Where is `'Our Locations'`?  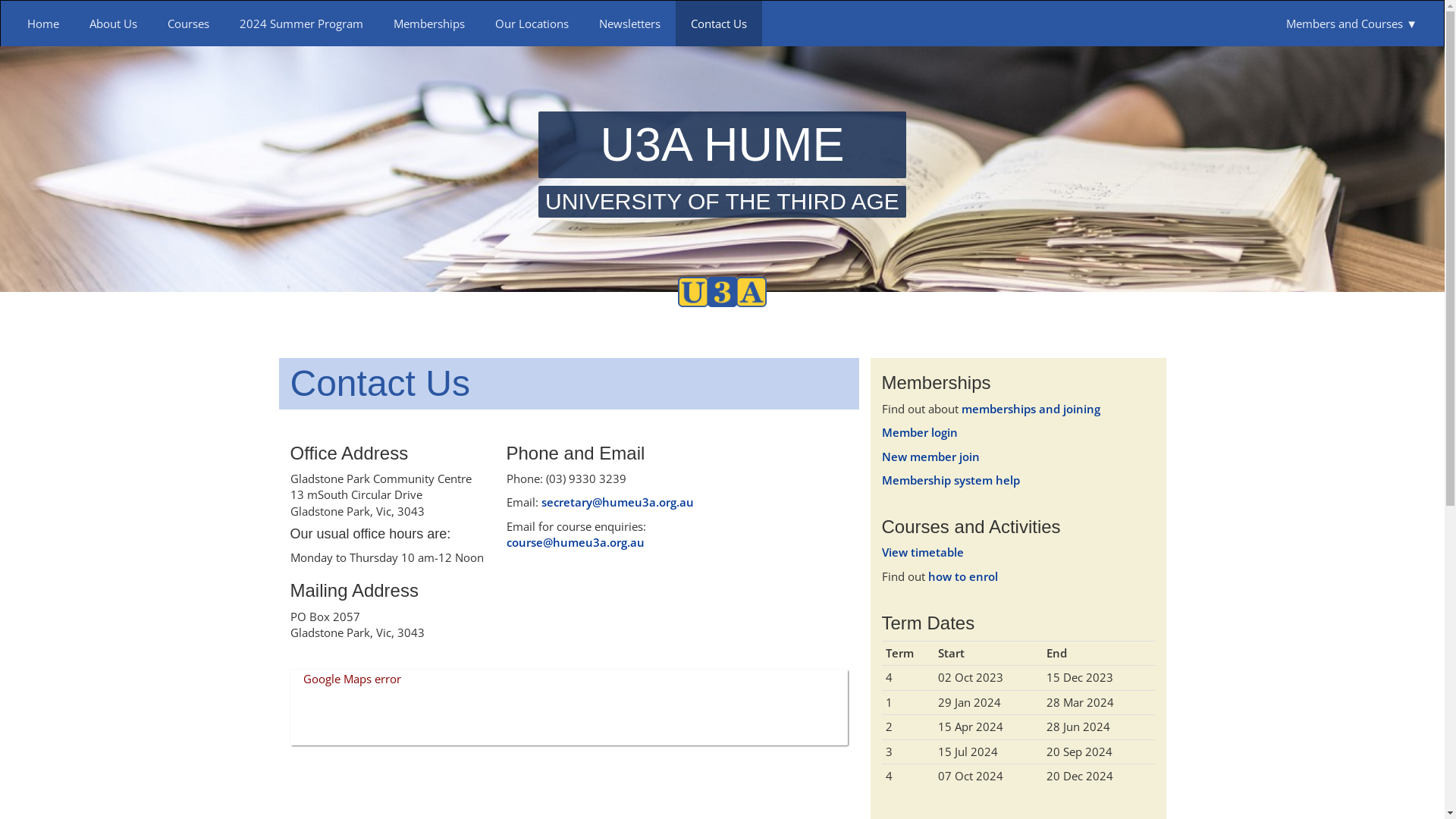 'Our Locations' is located at coordinates (532, 23).